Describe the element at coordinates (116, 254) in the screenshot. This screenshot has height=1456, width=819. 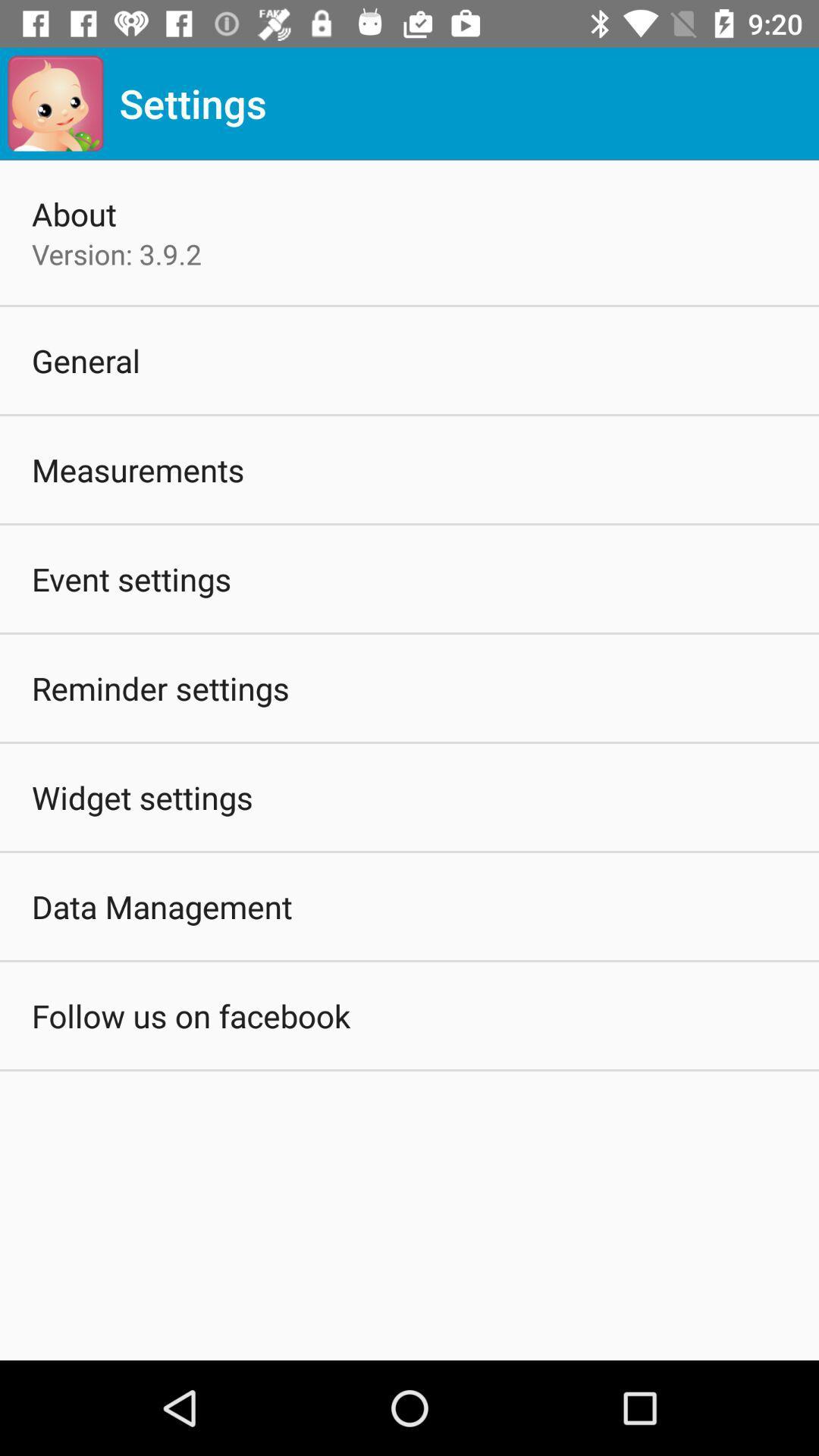
I see `version 3 9` at that location.